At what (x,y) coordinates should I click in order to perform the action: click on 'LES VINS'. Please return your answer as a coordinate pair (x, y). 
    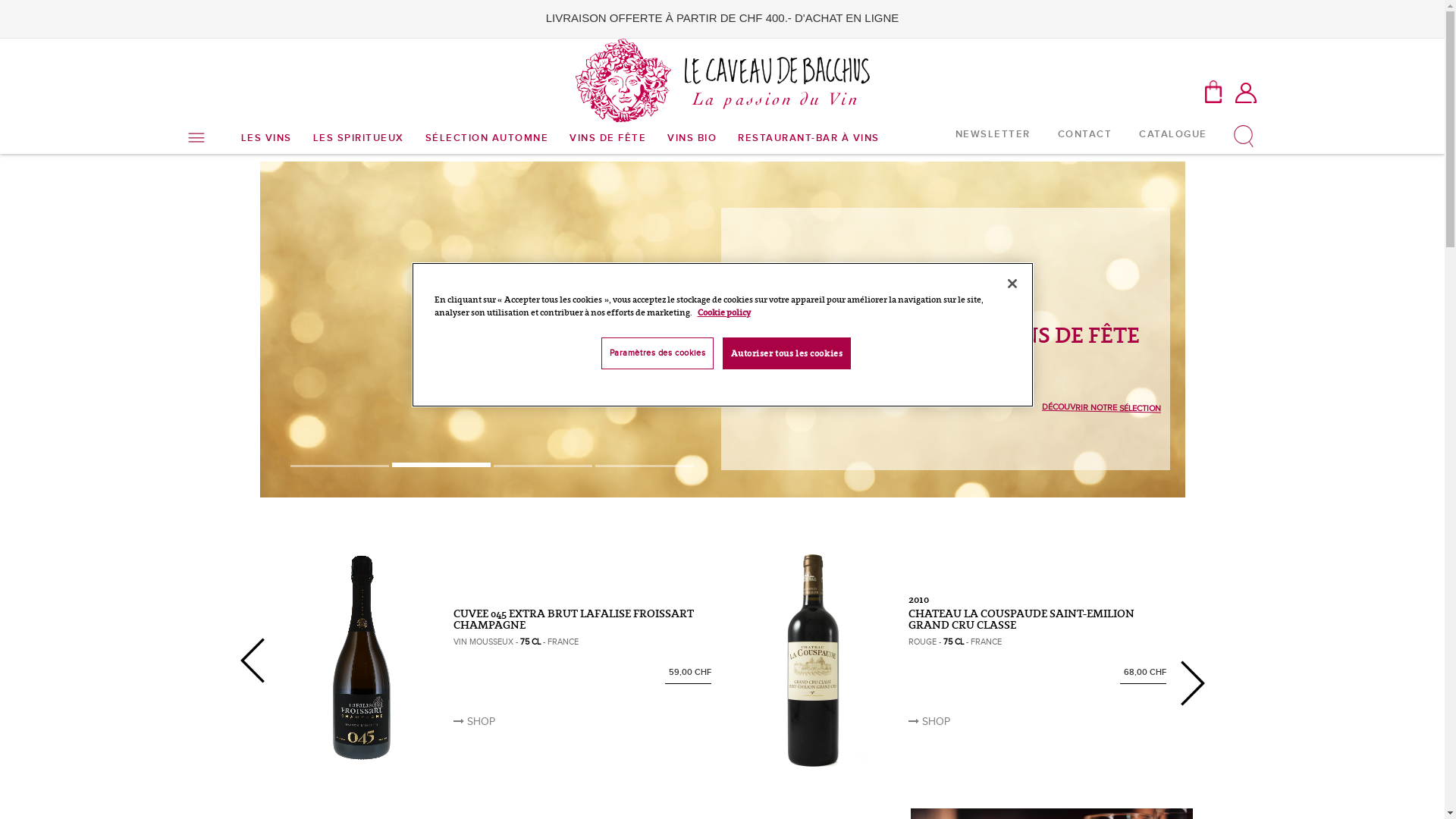
    Looking at the image, I should click on (266, 137).